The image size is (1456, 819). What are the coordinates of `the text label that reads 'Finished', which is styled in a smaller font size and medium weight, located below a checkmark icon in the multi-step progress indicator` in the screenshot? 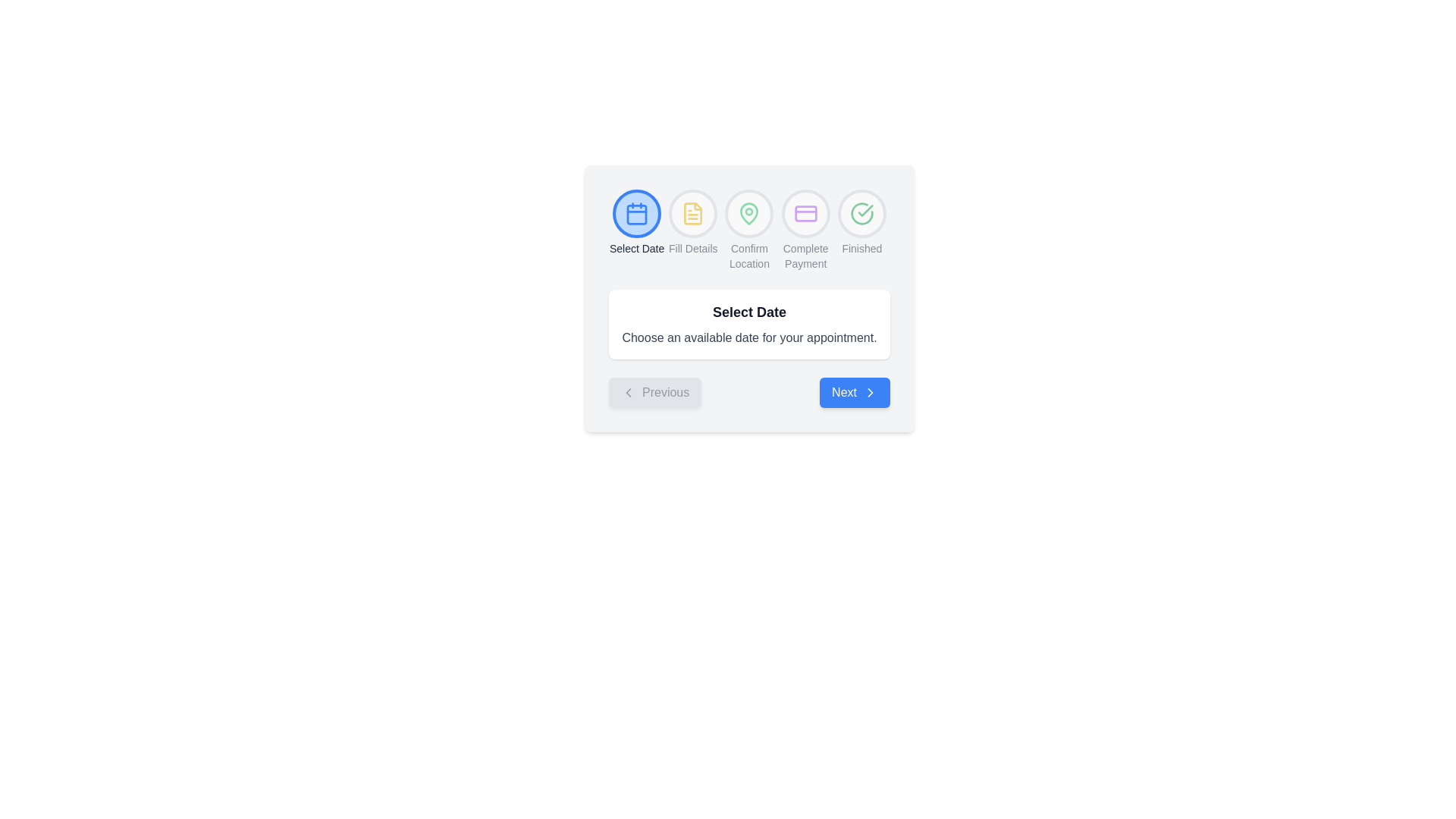 It's located at (861, 247).